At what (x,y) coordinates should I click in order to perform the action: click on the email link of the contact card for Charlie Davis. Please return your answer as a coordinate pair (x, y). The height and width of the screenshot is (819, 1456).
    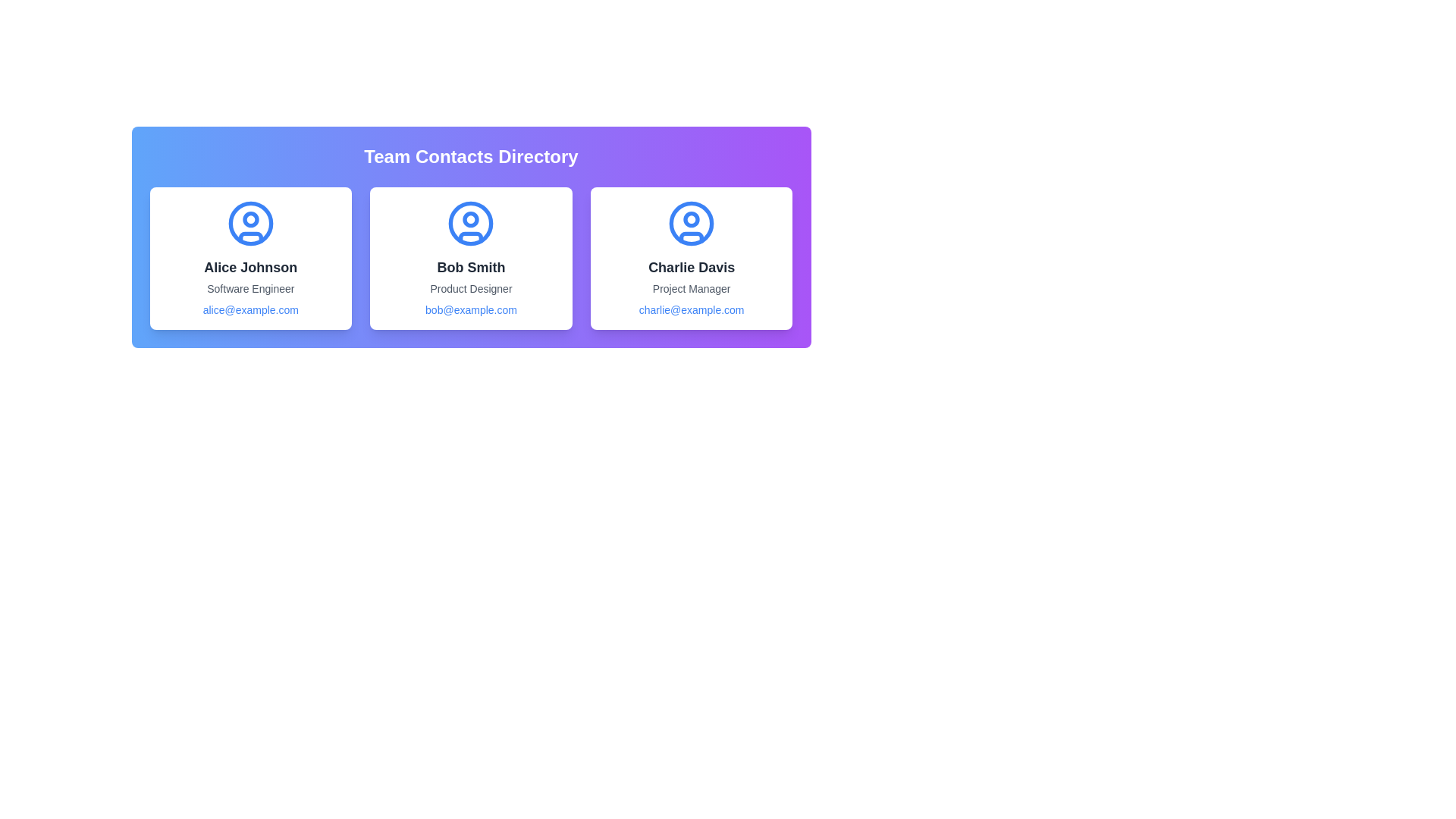
    Looking at the image, I should click on (691, 309).